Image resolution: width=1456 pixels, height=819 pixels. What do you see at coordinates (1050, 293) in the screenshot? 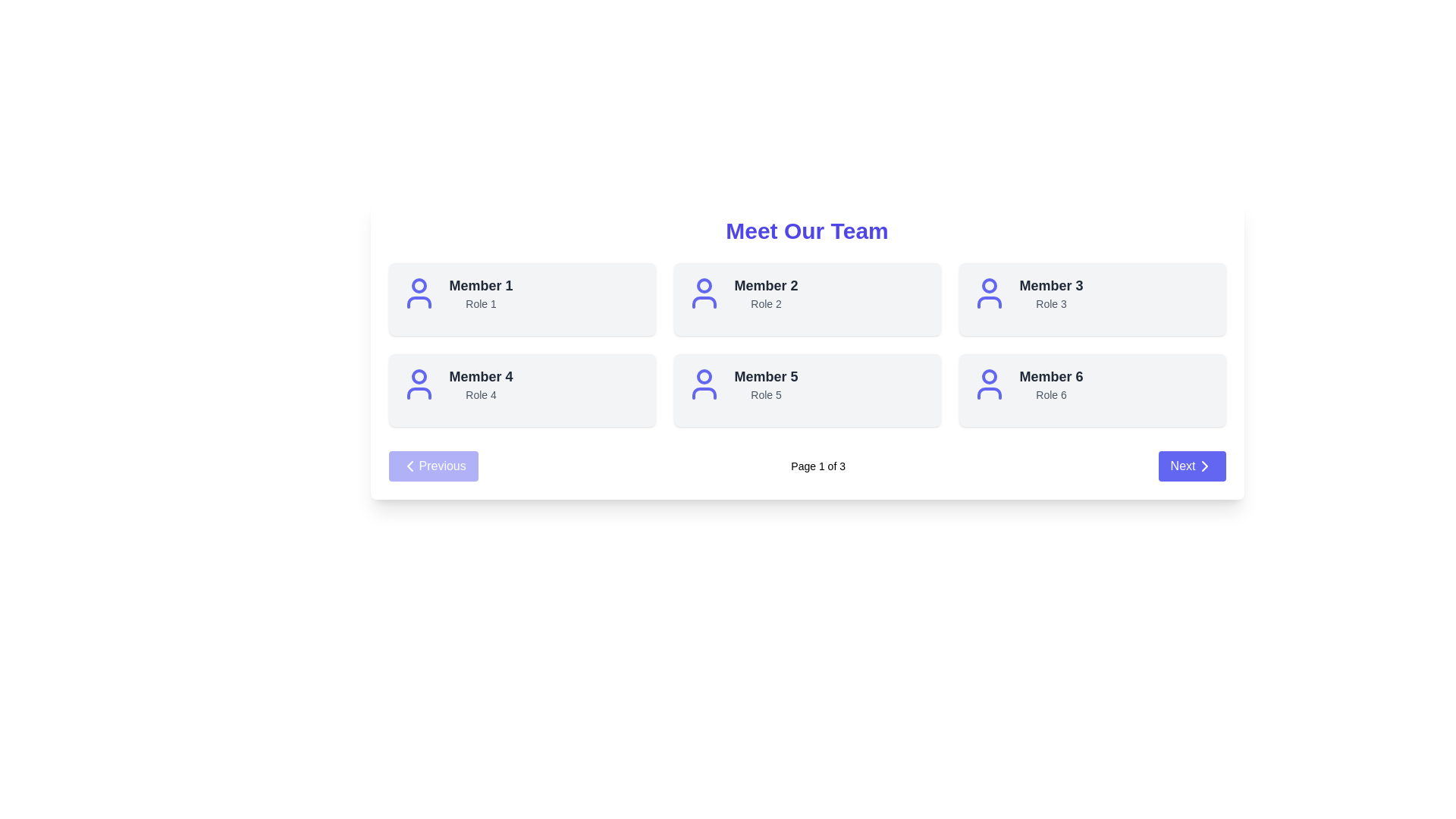
I see `text content of the informational label displaying a member's title and role, located in the top right cell of the grid layout` at bounding box center [1050, 293].